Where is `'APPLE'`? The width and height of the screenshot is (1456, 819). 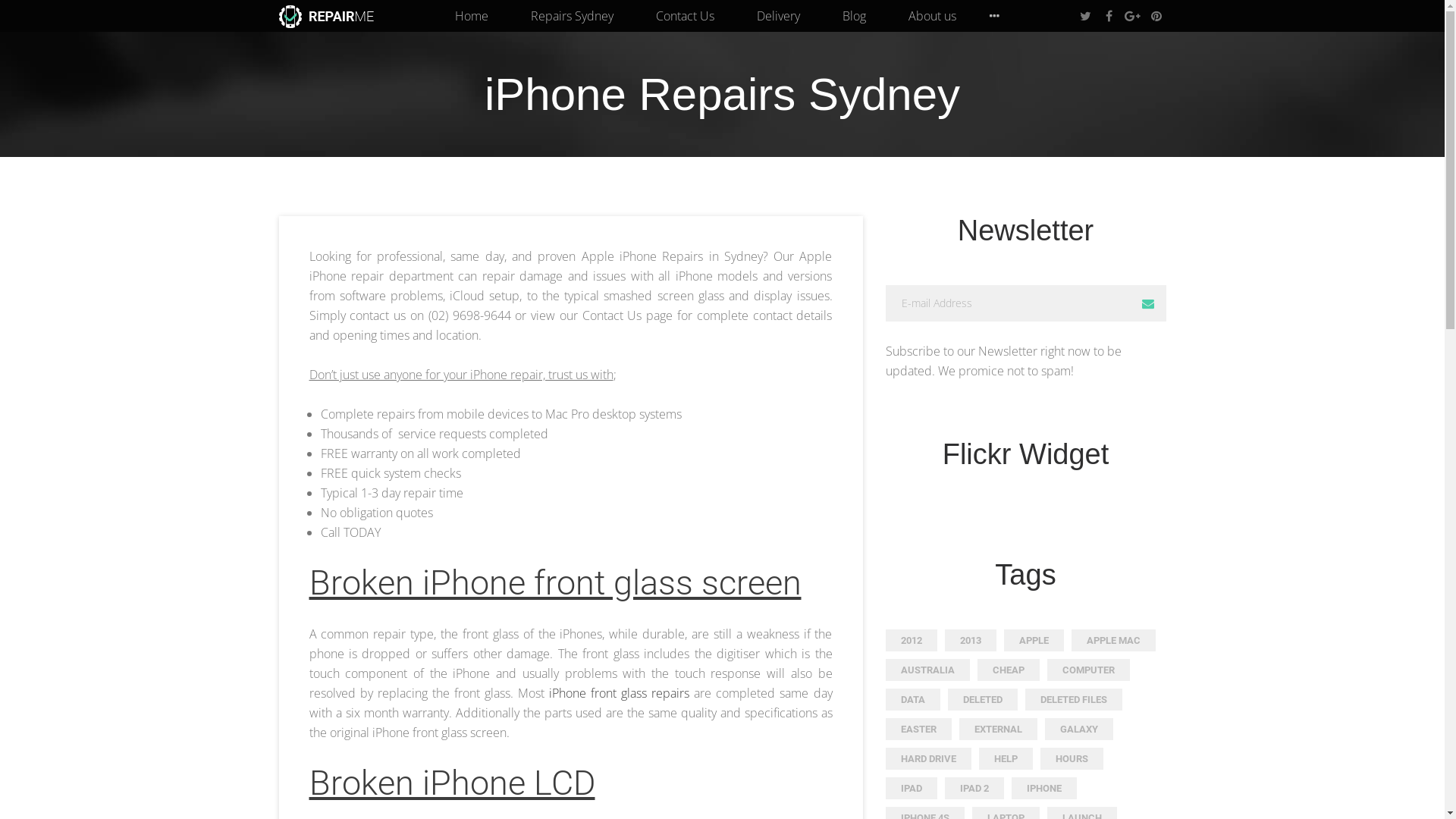
'APPLE' is located at coordinates (1033, 640).